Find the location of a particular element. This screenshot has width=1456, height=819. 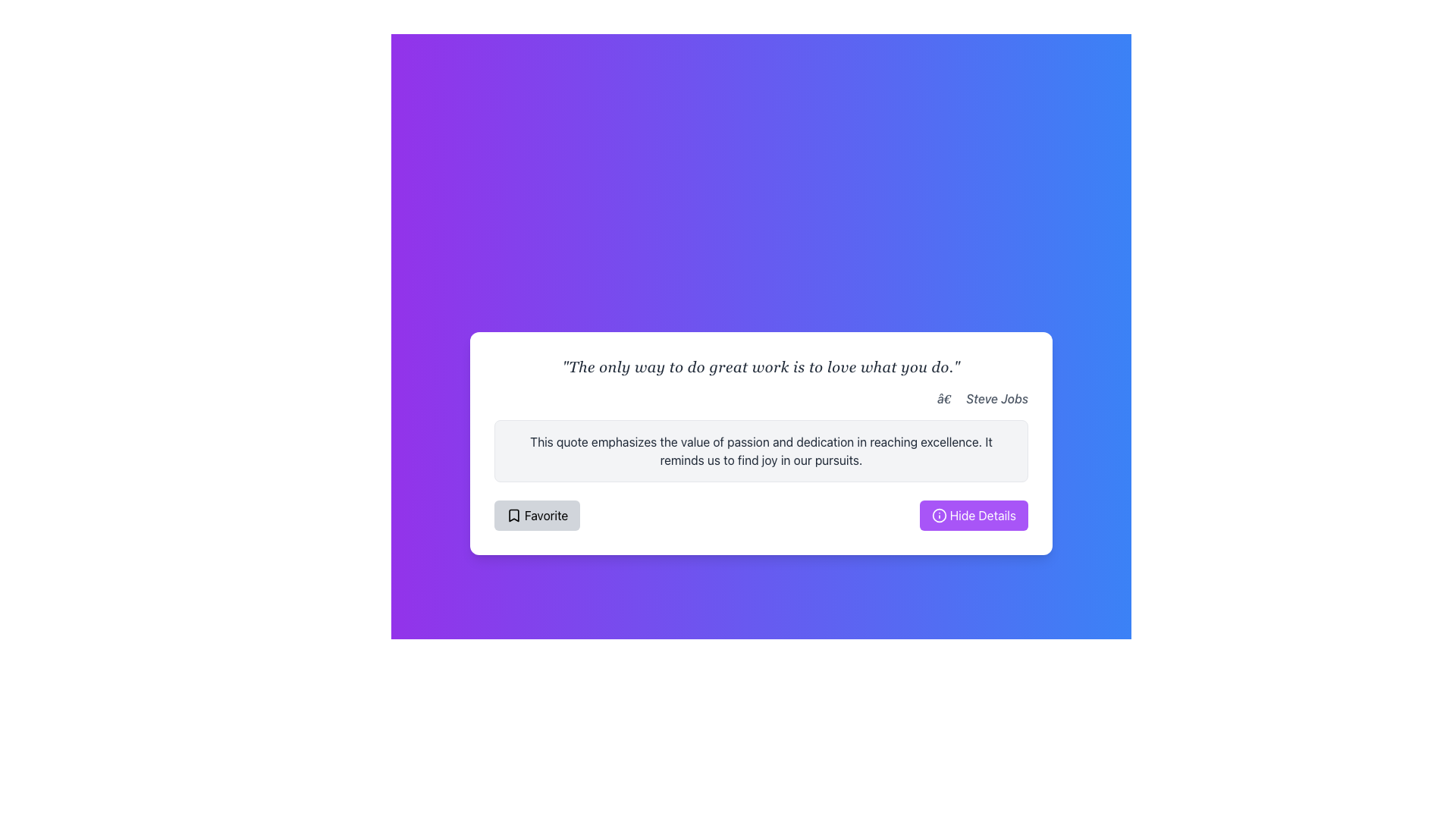

the static text element that reads 'This quote emphasizes the value of passion and dedication in reaching excellence.' is located at coordinates (761, 450).